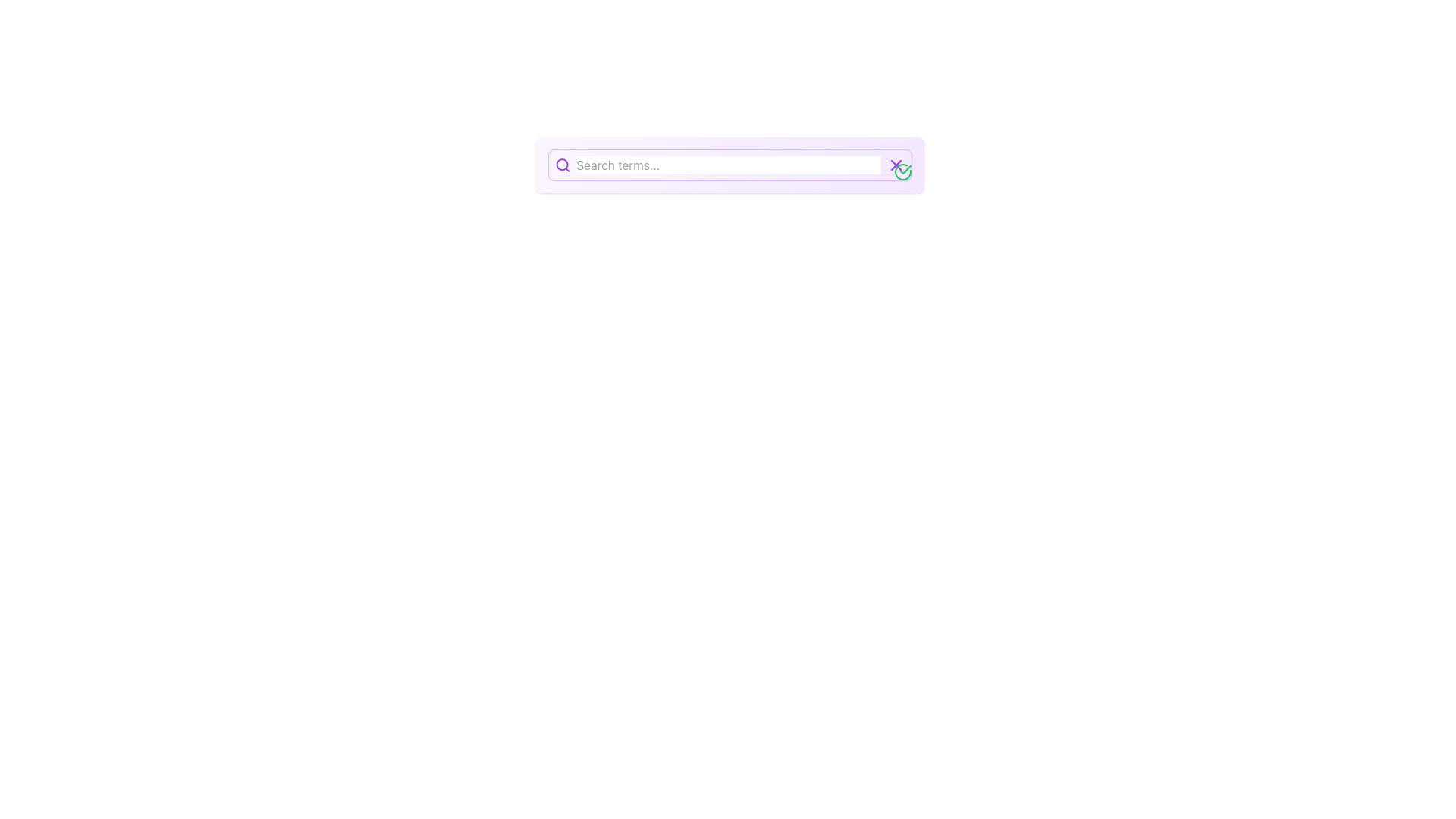 The image size is (1456, 819). I want to click on the clear button icon located at the far-right end of the input field to clear the input text, so click(896, 165).